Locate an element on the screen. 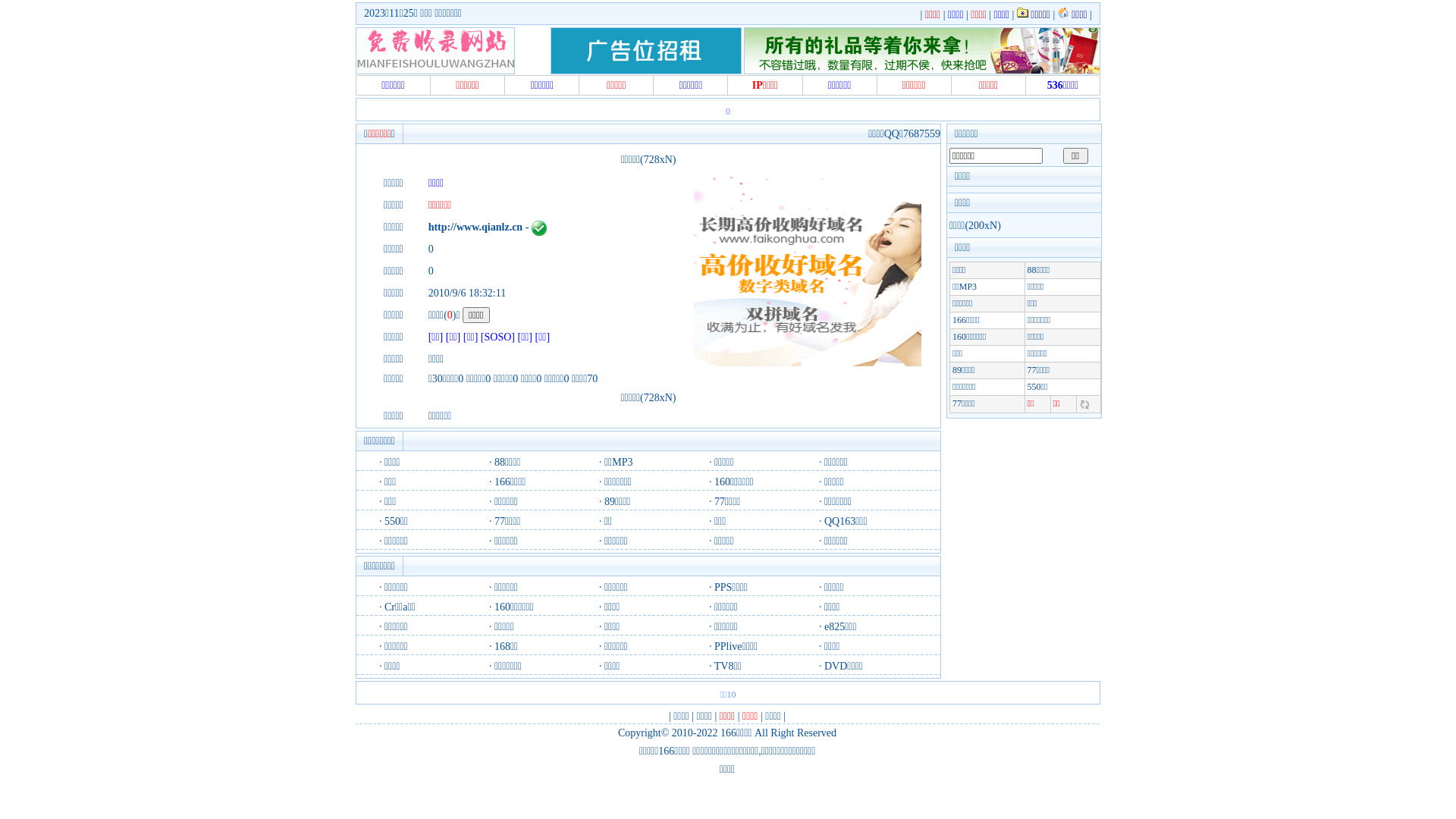  'http://www.qianlz.cn' is located at coordinates (428, 227).